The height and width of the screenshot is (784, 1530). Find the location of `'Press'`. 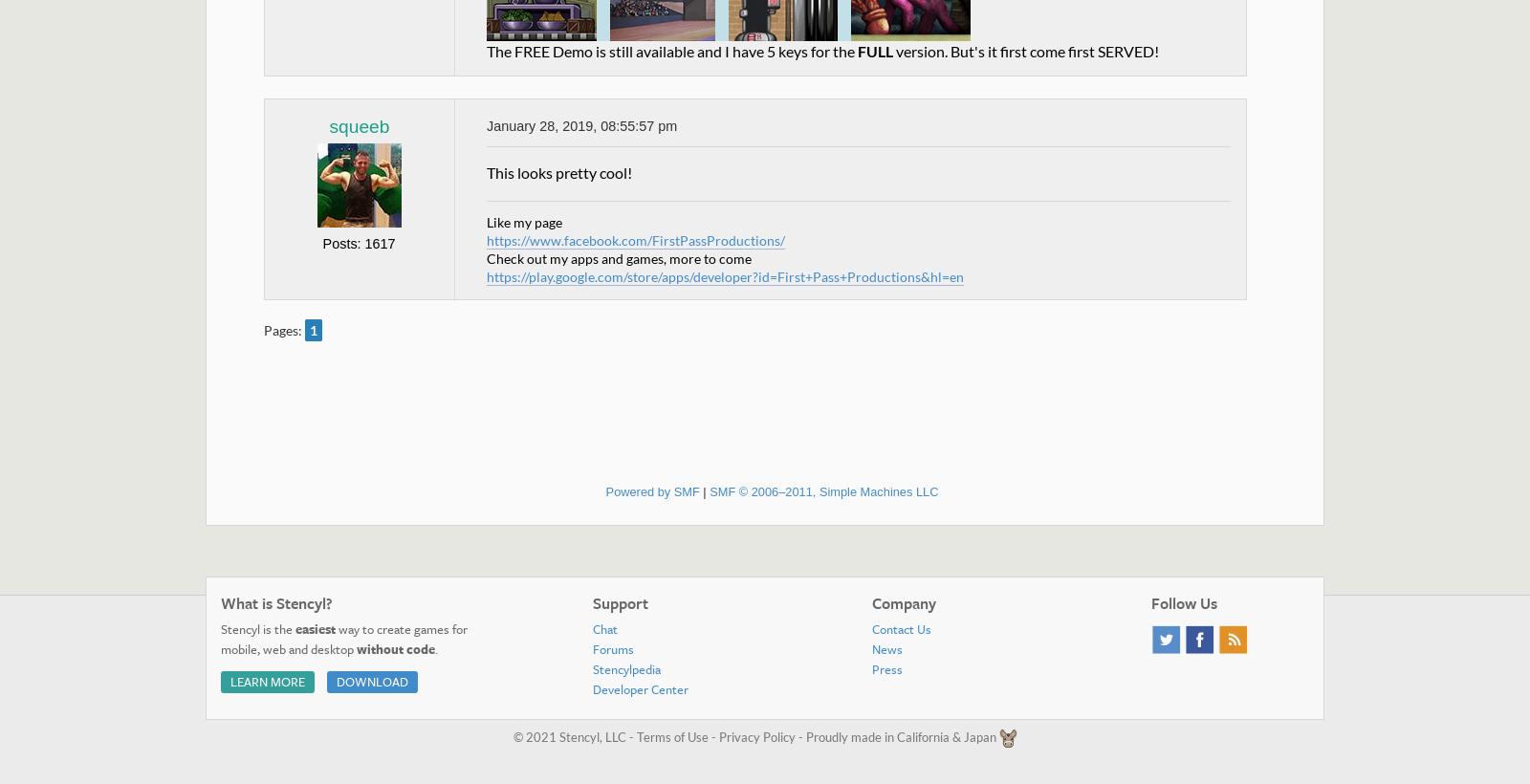

'Press' is located at coordinates (870, 667).